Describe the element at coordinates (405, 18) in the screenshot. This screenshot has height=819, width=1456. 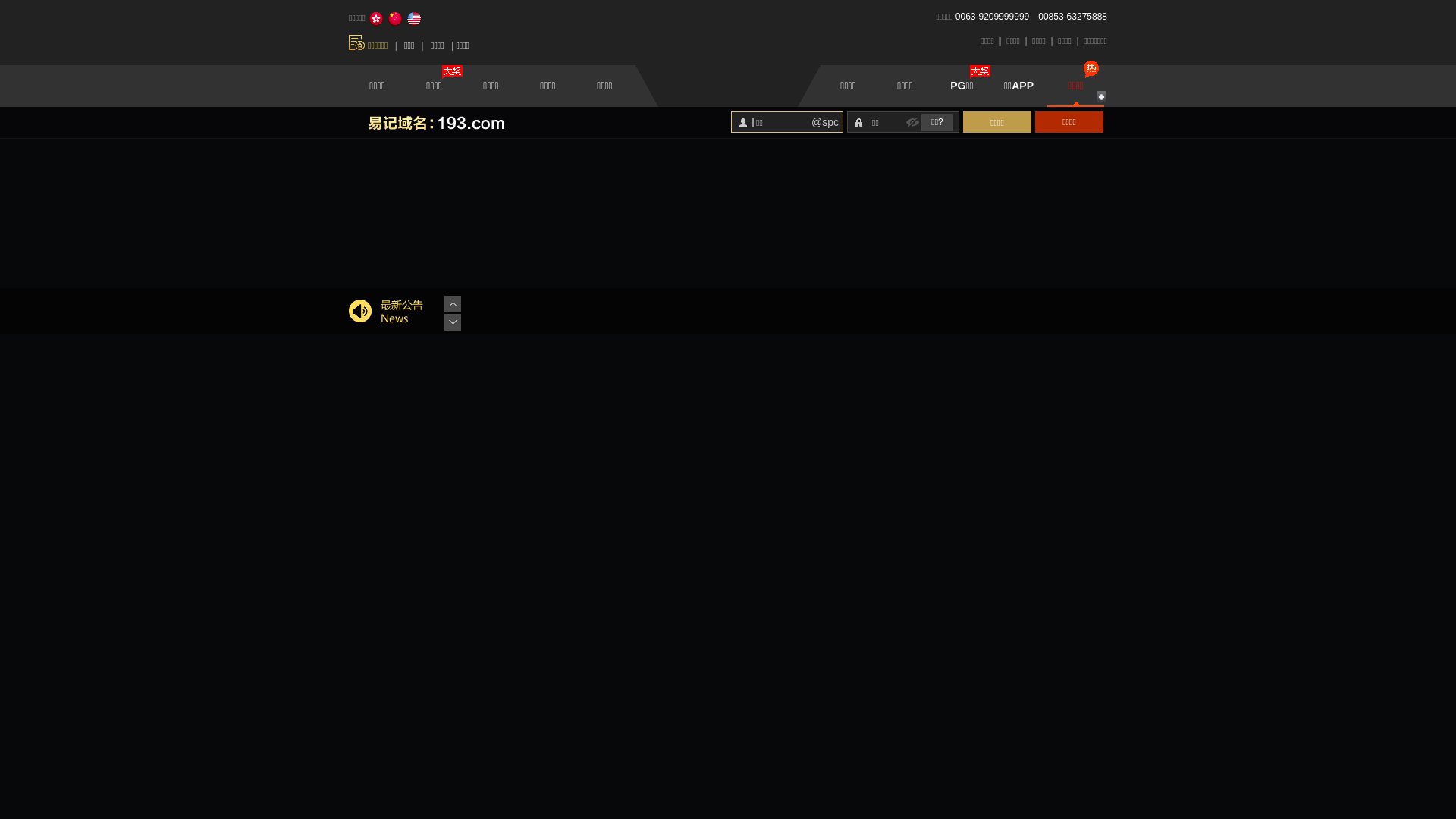
I see `'English'` at that location.